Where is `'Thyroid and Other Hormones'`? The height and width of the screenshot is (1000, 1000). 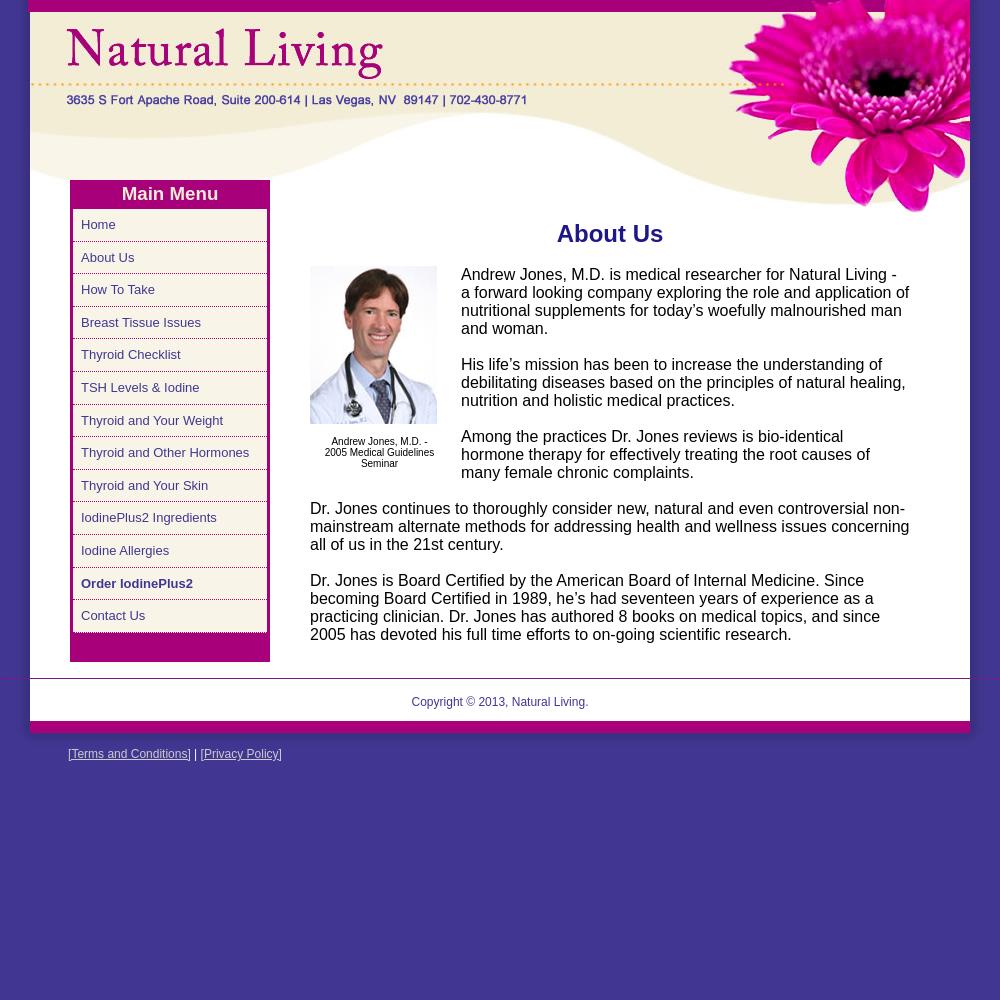 'Thyroid and Other Hormones' is located at coordinates (80, 451).